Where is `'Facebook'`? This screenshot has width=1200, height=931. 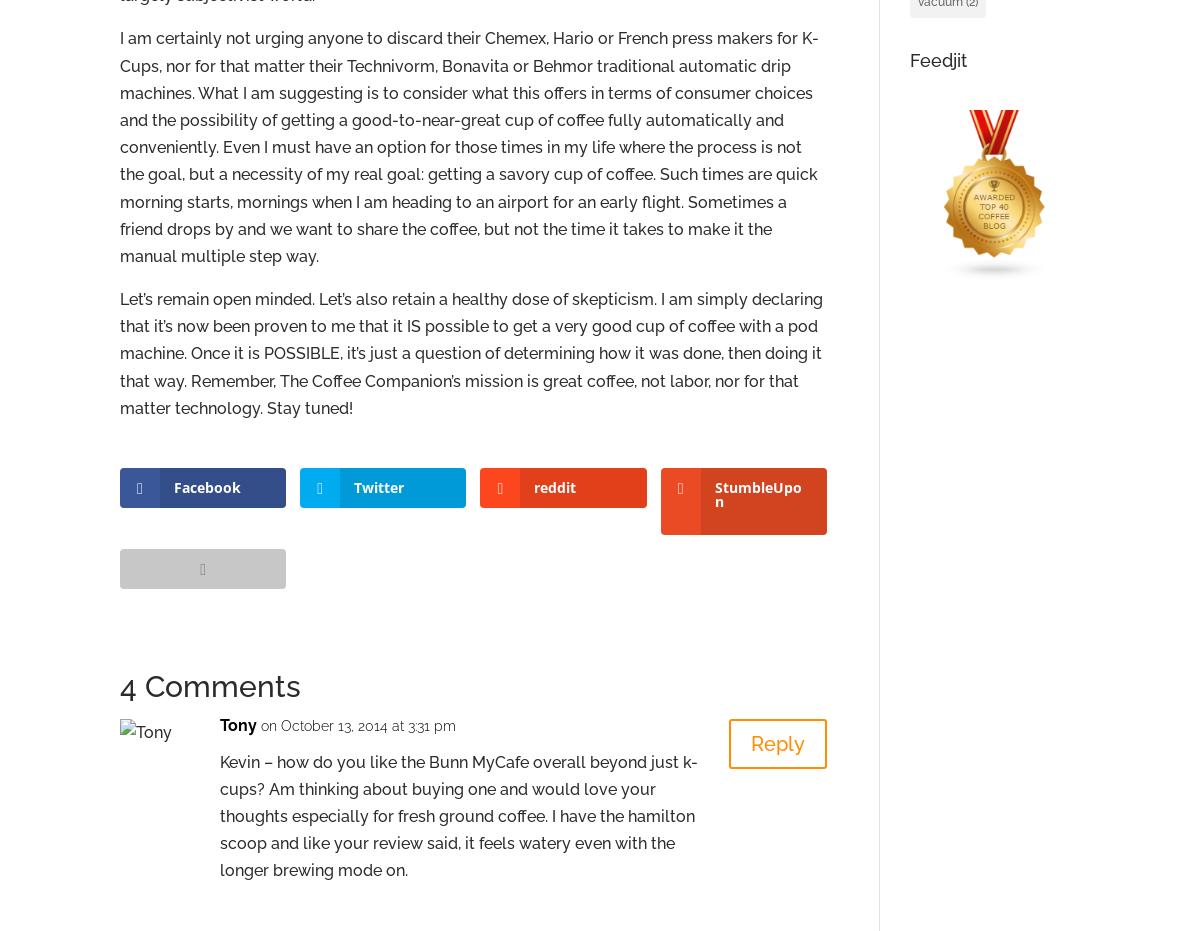 'Facebook' is located at coordinates (173, 487).